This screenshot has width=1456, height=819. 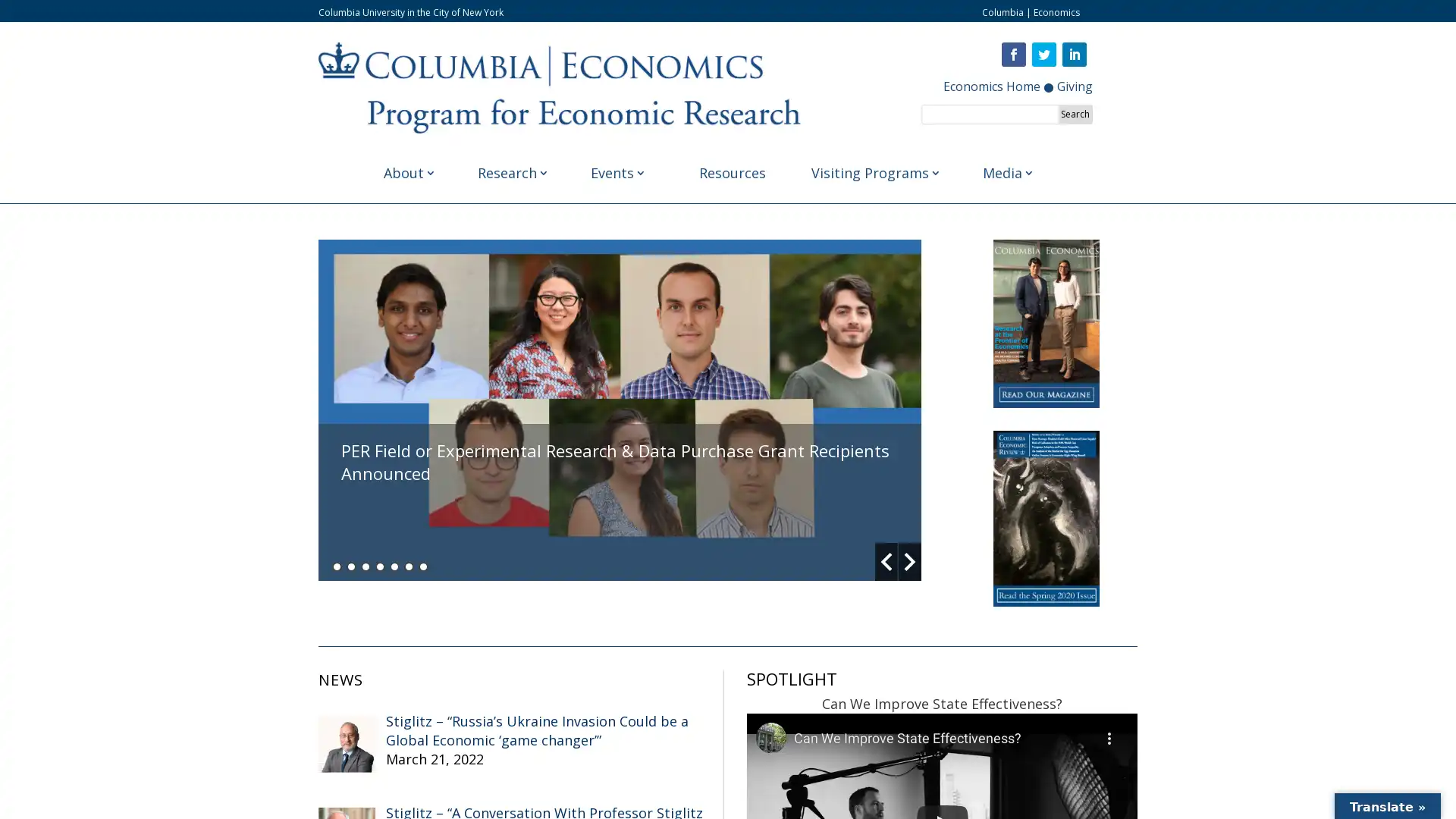 I want to click on 6, so click(x=409, y=566).